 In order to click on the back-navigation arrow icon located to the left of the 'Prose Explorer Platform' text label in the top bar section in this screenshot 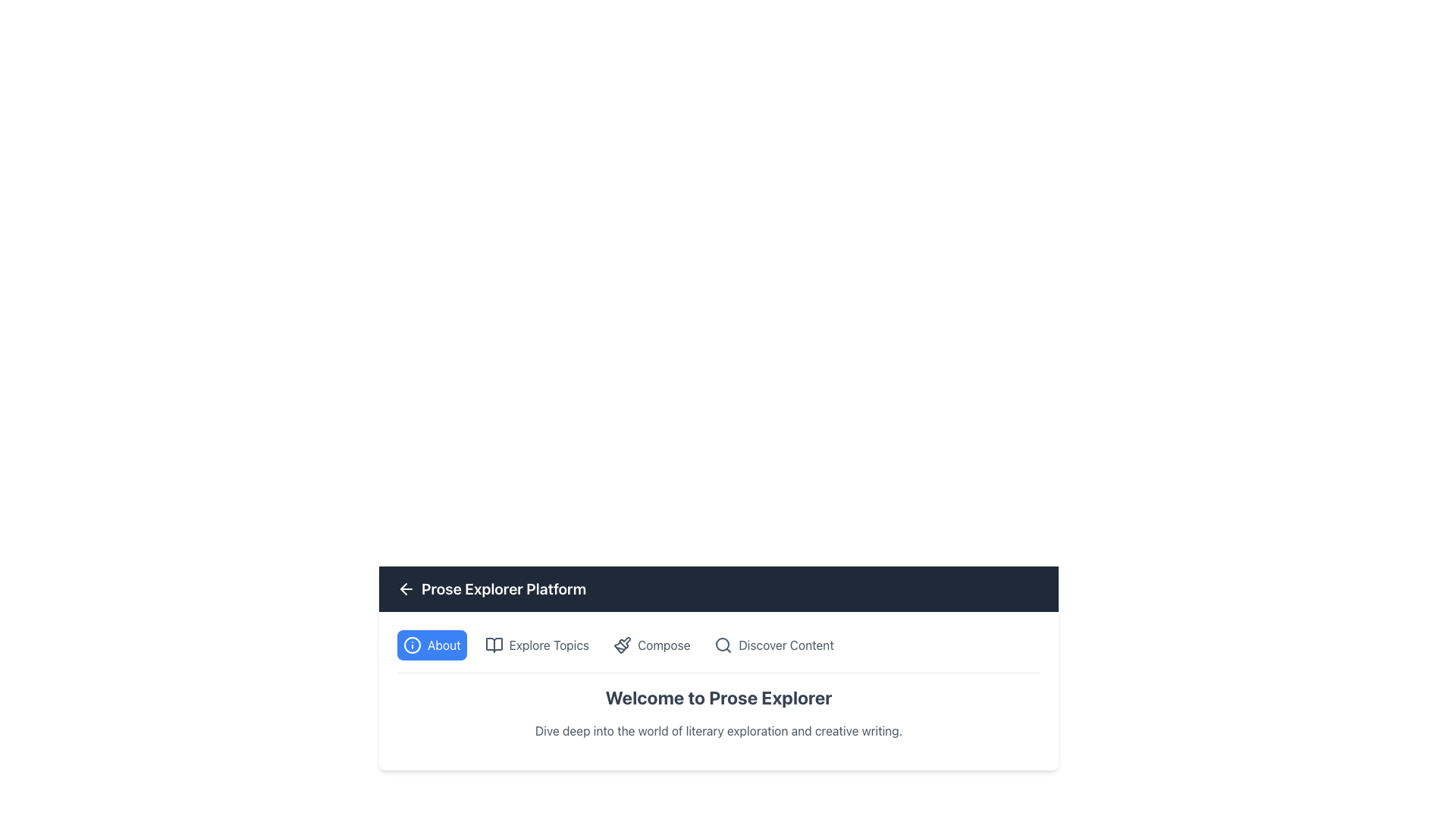, I will do `click(406, 588)`.